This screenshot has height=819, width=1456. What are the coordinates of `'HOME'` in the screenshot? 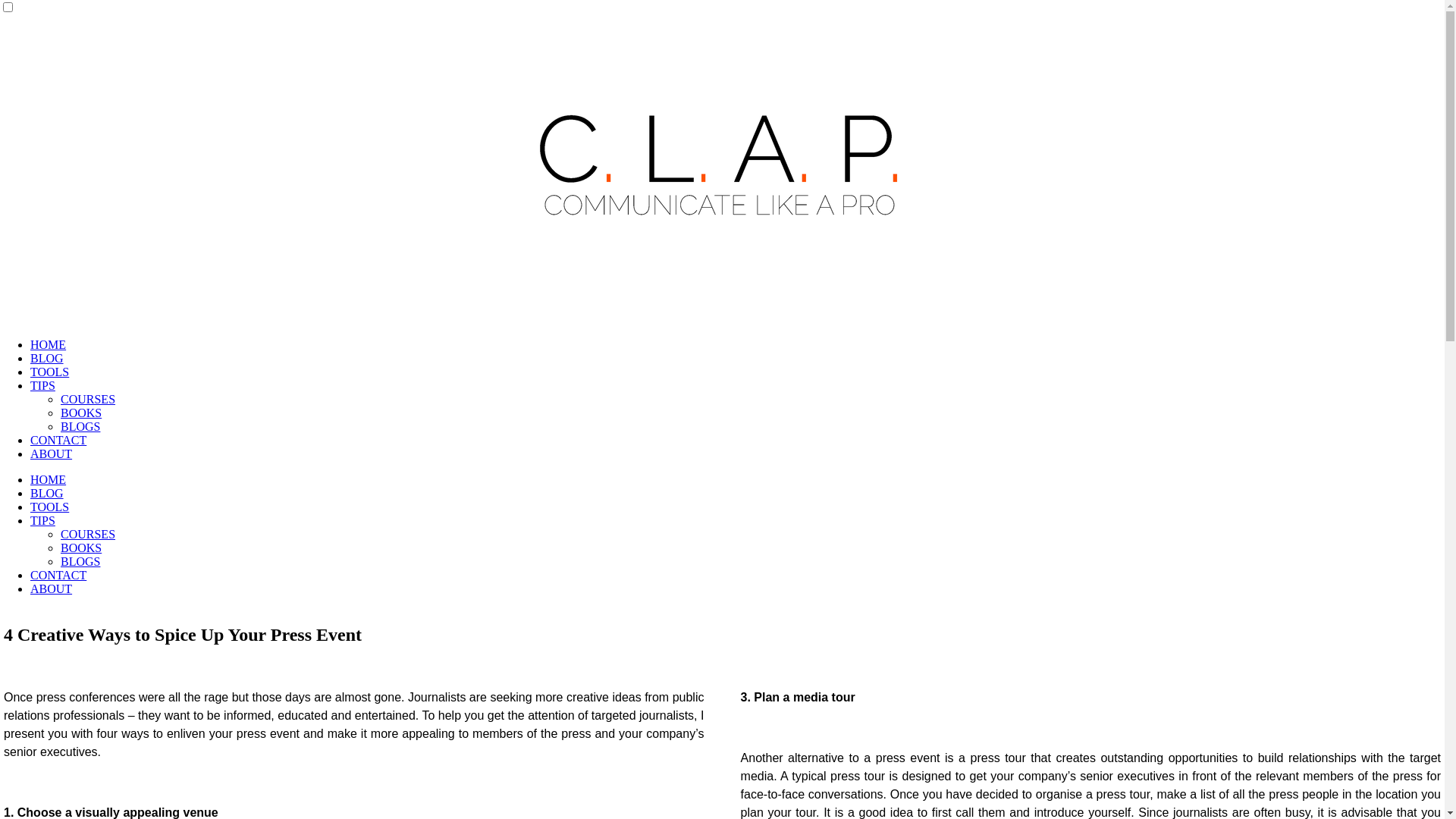 It's located at (48, 344).